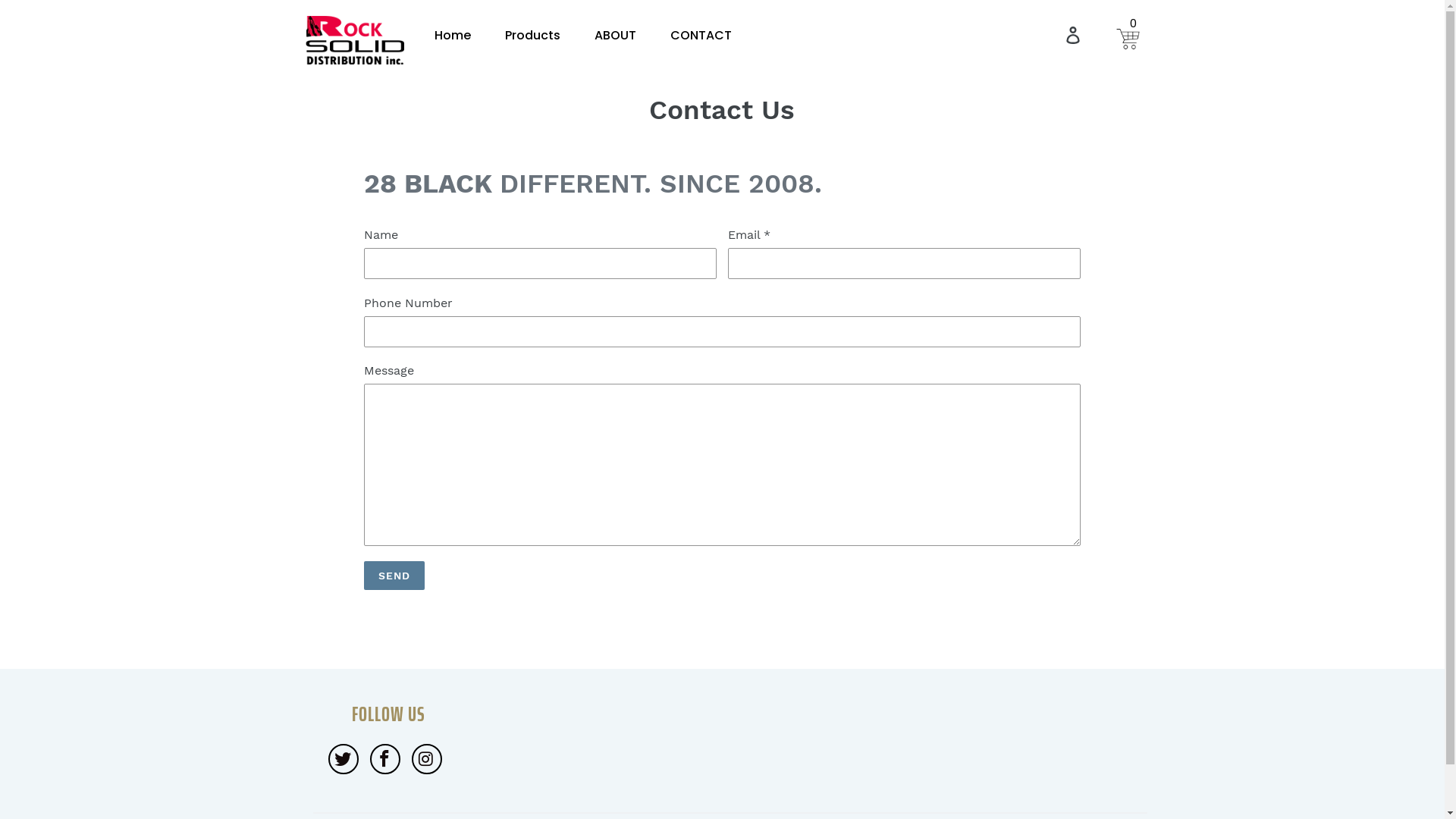  I want to click on 'Log in', so click(1055, 34).